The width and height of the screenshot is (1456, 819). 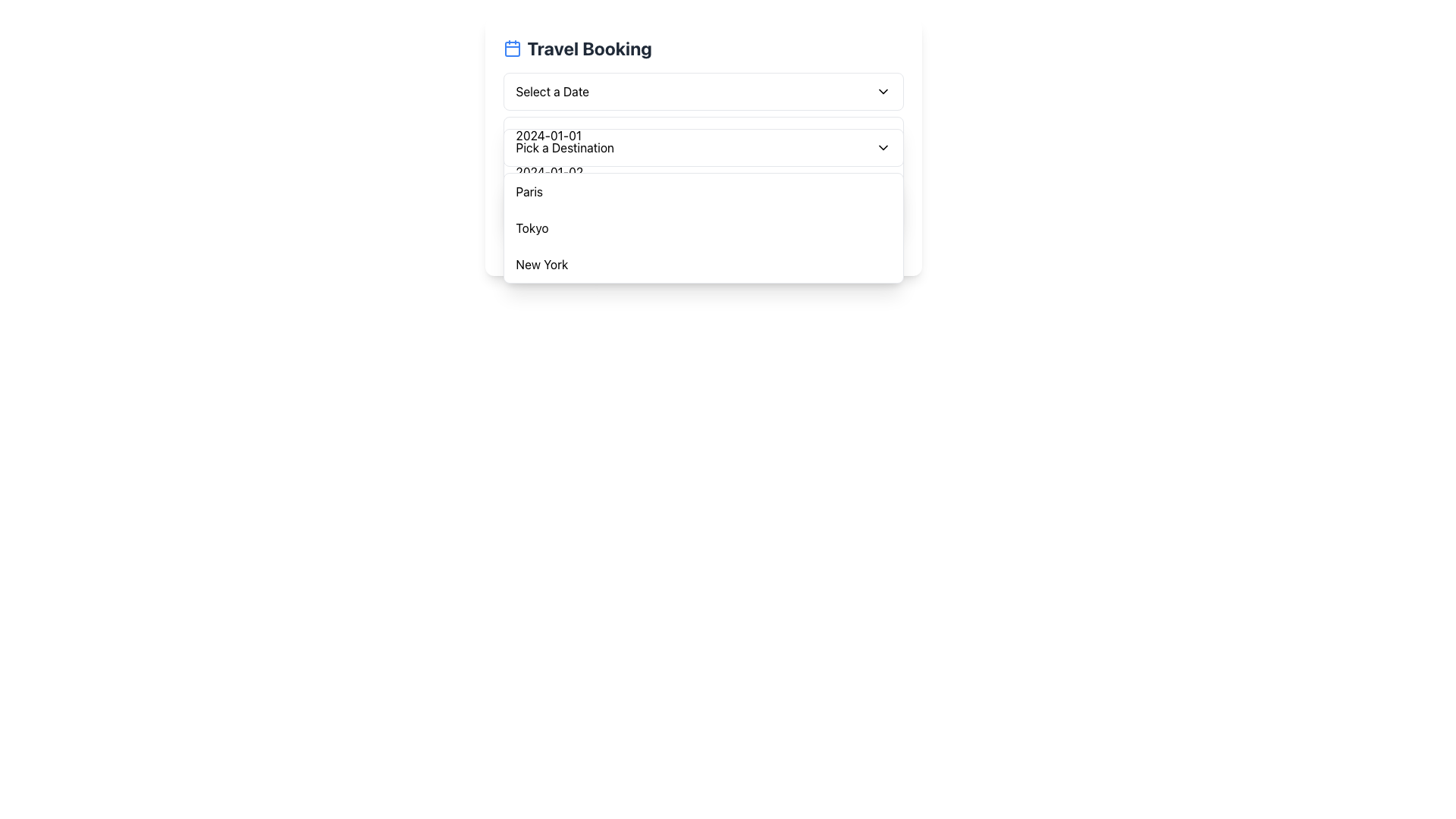 What do you see at coordinates (512, 193) in the screenshot?
I see `the outer circular shape of the SVG icon that visually represents confirmation or success, located to the left of the 'Paris' label in the dropdown list` at bounding box center [512, 193].